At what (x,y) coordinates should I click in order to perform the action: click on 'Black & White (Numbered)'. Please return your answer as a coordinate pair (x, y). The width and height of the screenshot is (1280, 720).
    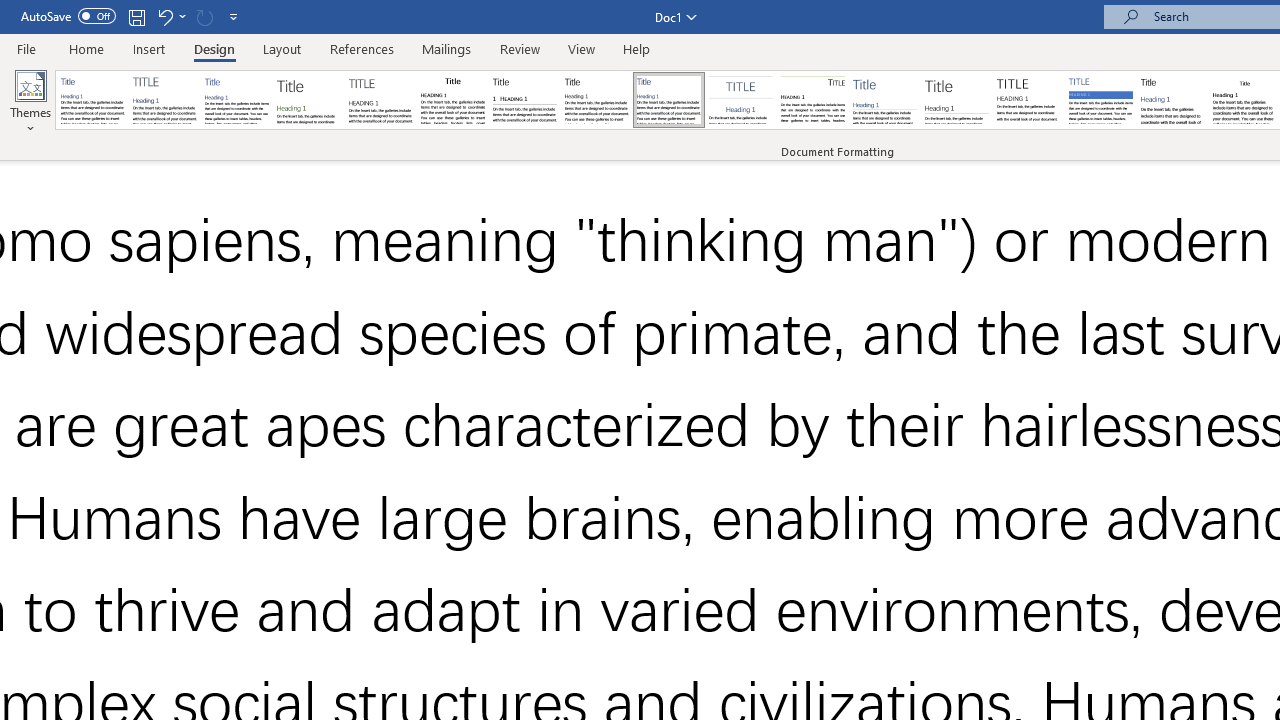
    Looking at the image, I should click on (524, 100).